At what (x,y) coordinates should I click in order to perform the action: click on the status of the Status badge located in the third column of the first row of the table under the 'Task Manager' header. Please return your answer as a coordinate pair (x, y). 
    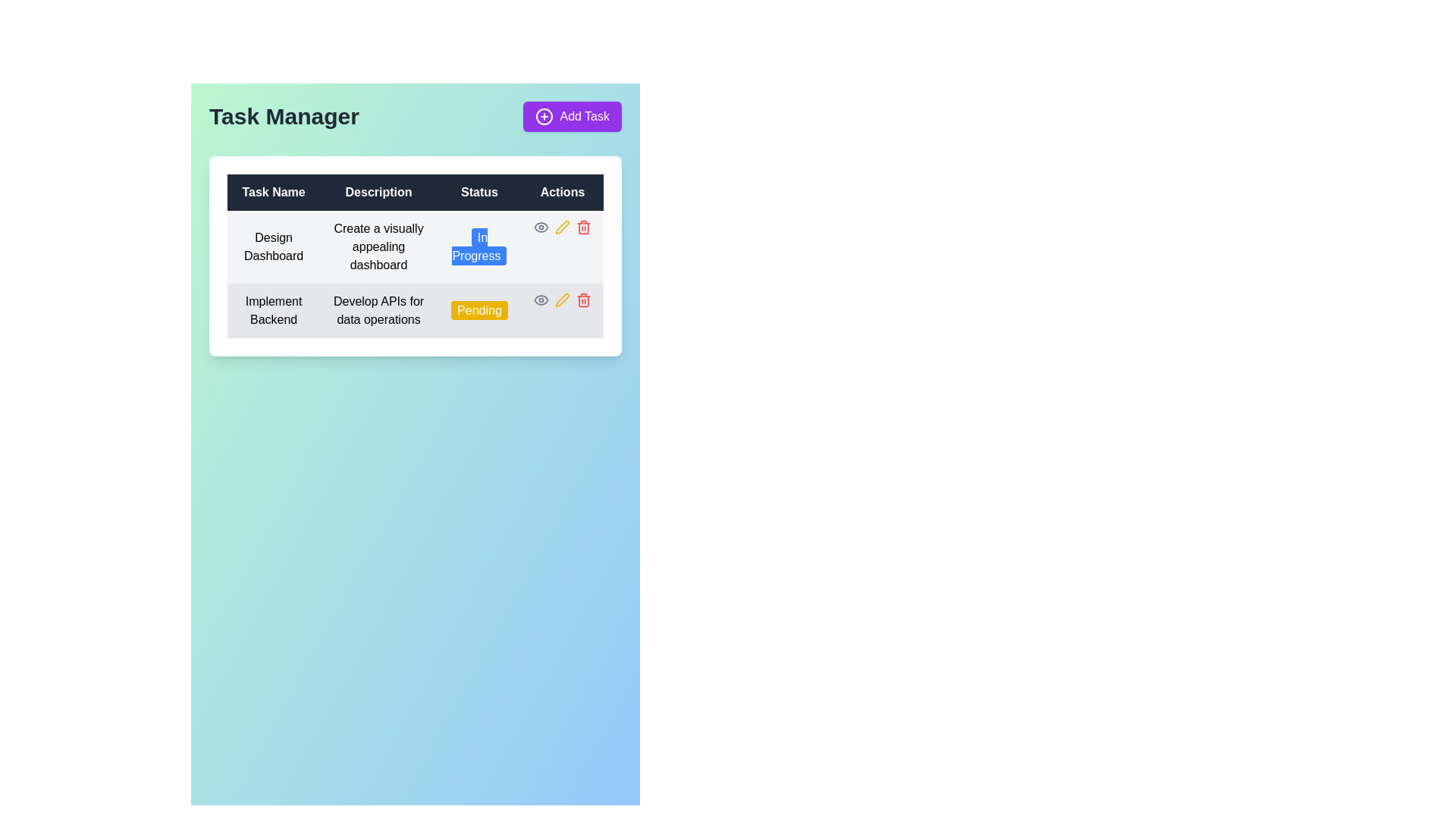
    Looking at the image, I should click on (479, 246).